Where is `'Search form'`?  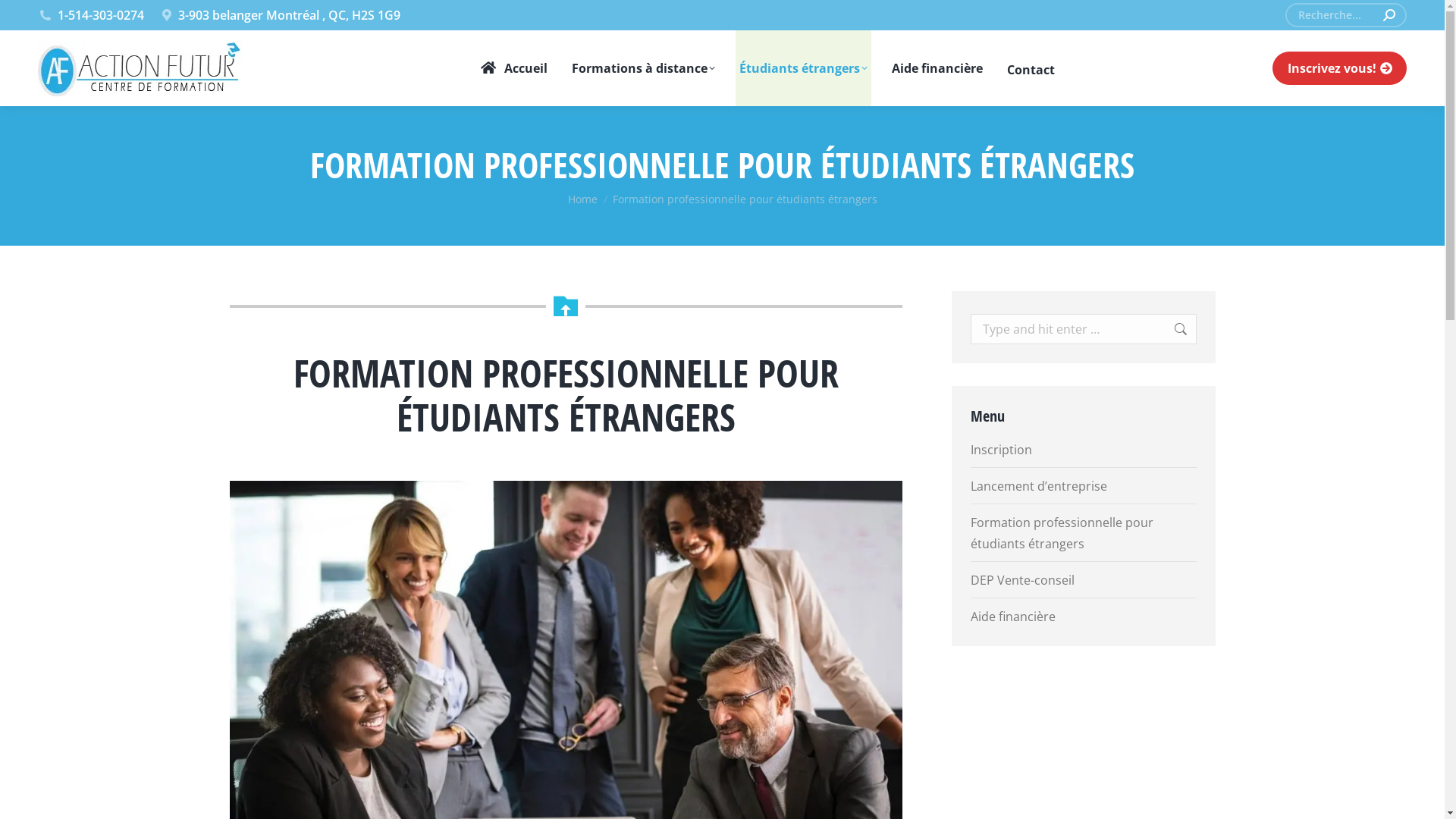
'Search form' is located at coordinates (1346, 14).